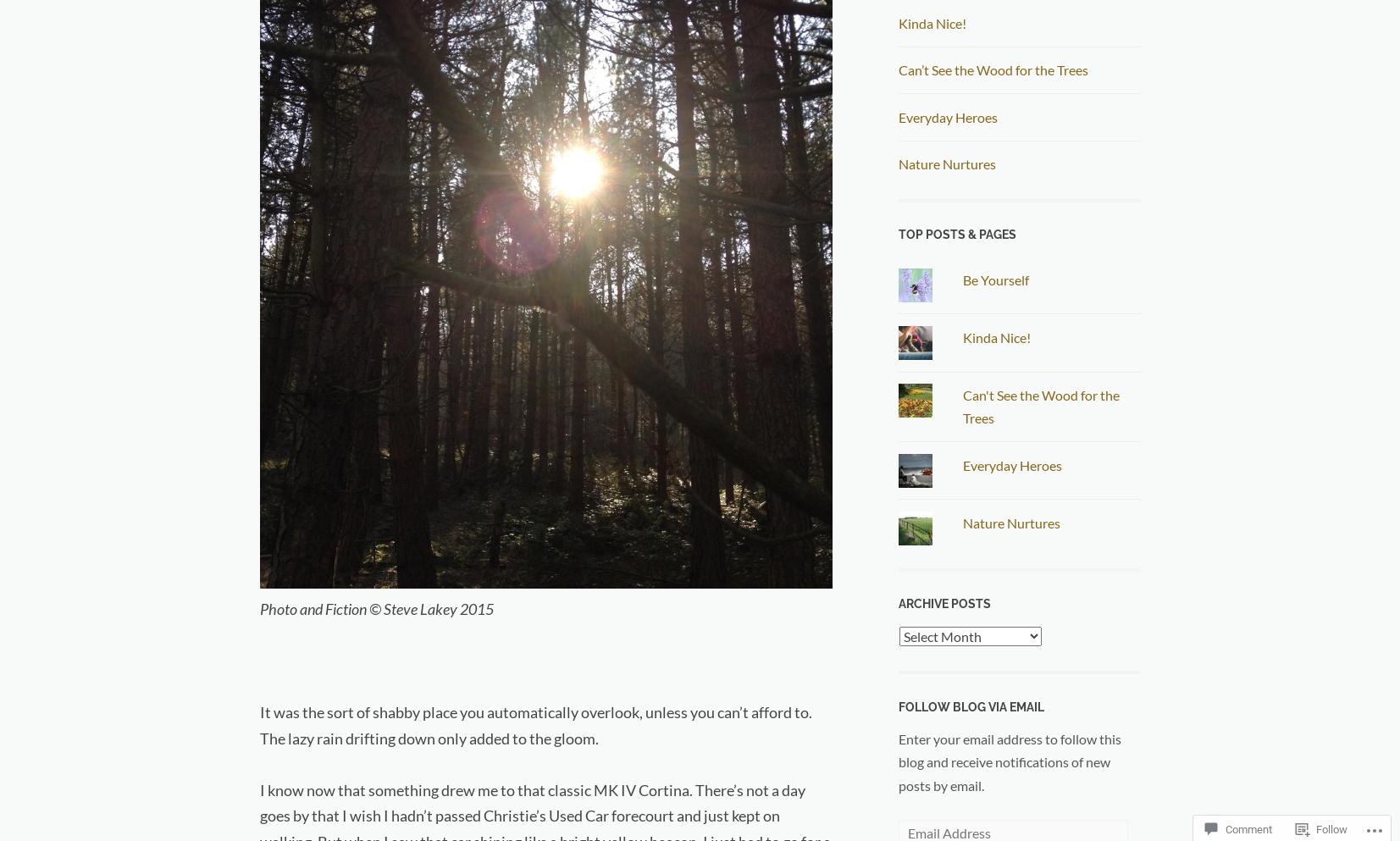  Describe the element at coordinates (1009, 761) in the screenshot. I see `'Enter your email address to follow this blog and receive notifications of new posts by email.'` at that location.